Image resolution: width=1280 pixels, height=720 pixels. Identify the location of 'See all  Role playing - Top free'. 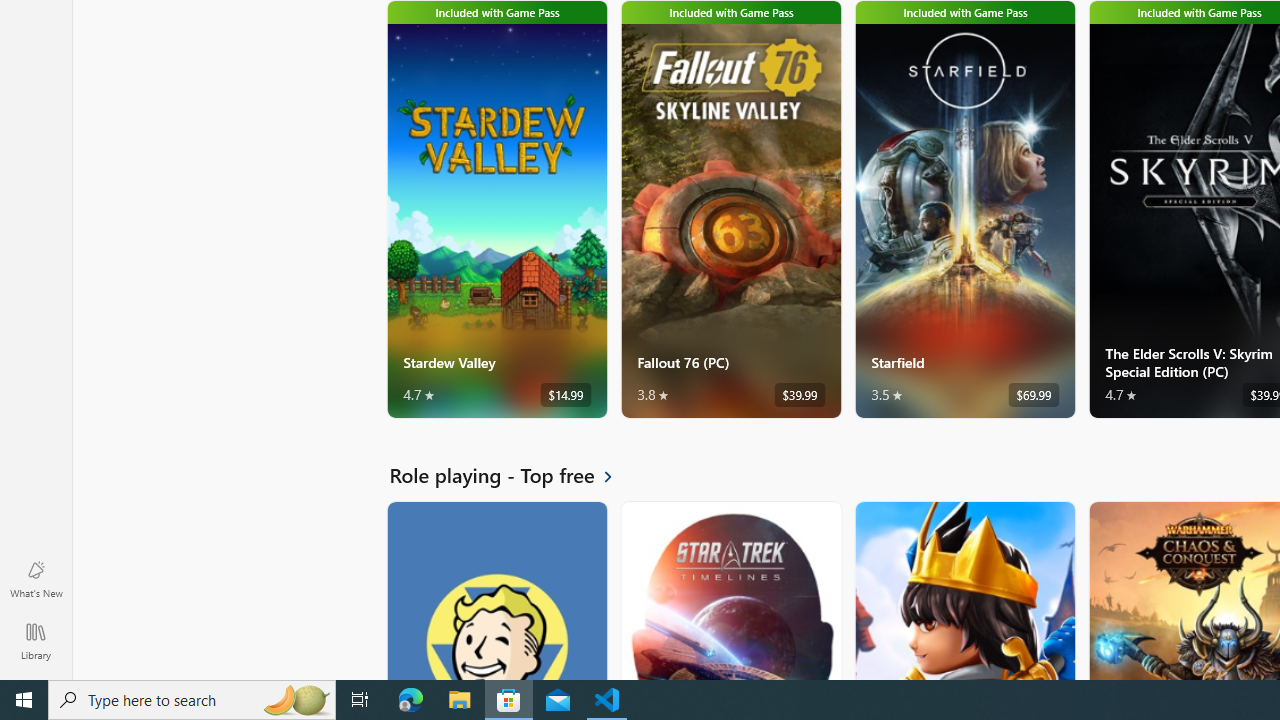
(512, 475).